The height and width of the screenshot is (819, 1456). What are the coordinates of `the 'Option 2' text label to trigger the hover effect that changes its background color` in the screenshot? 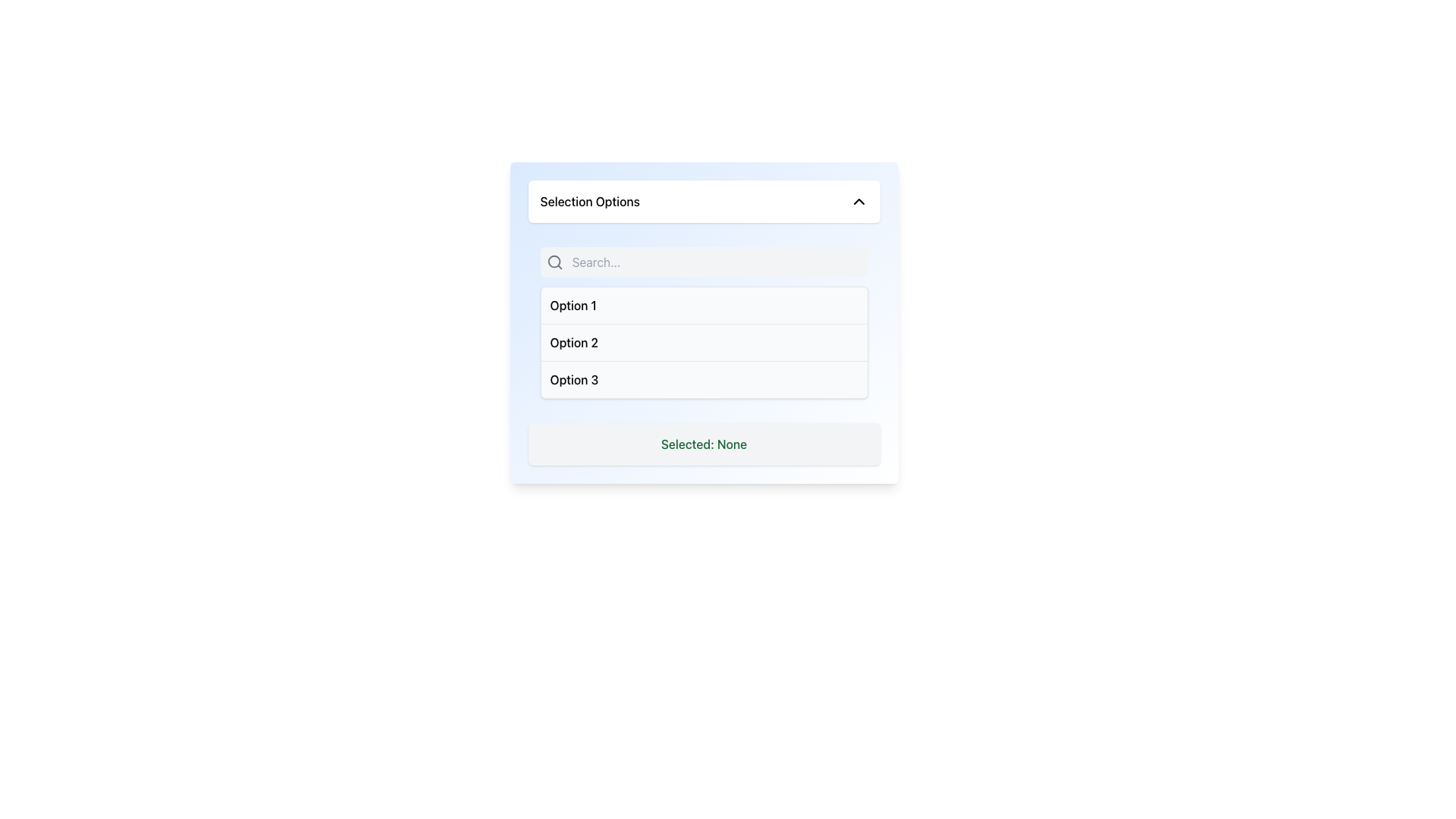 It's located at (573, 342).